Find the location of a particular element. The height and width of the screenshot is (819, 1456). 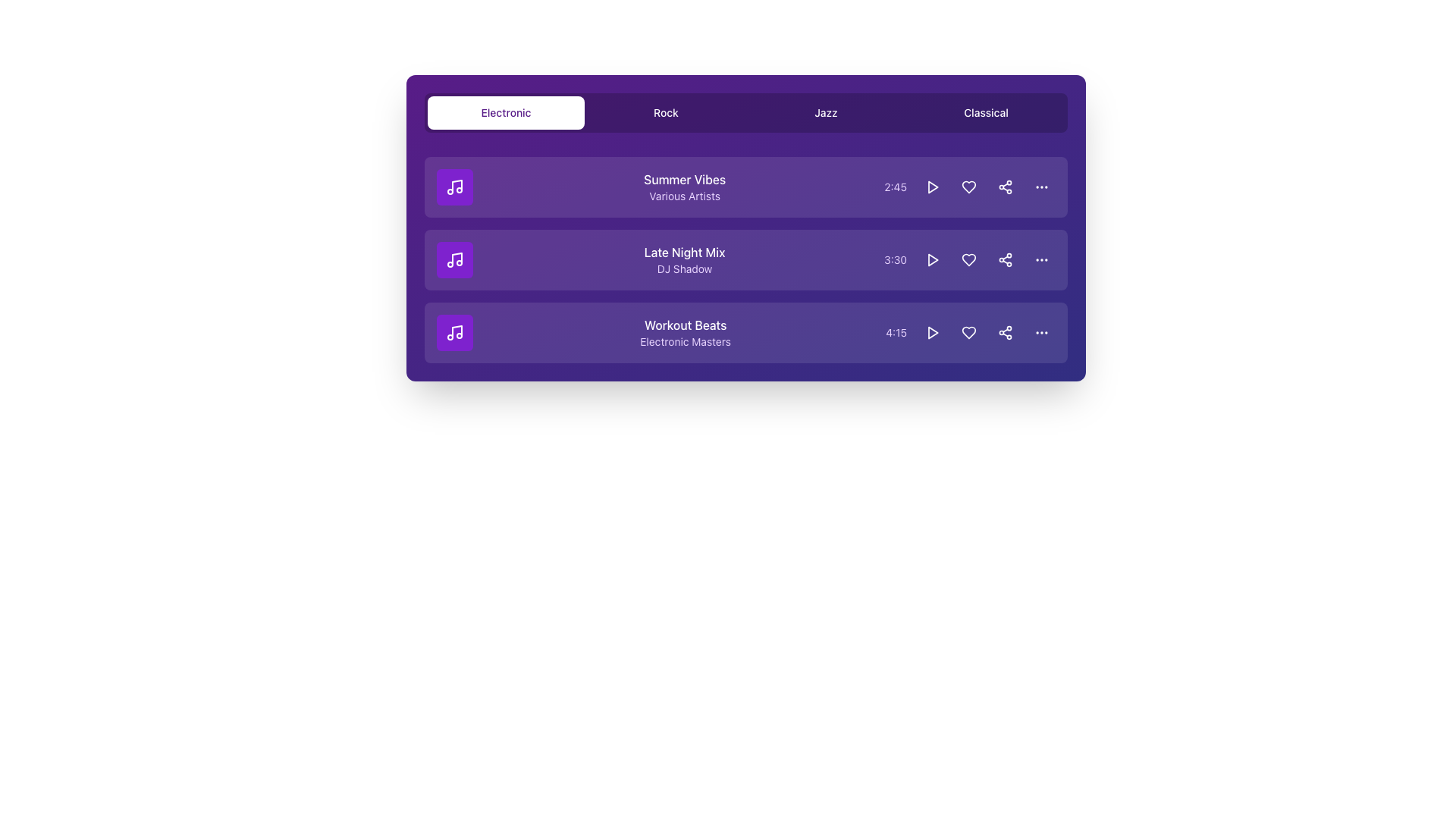

the heart icon button located in the rightmost section of the first row of the track list to mark the associated track as a favorite is located at coordinates (968, 186).